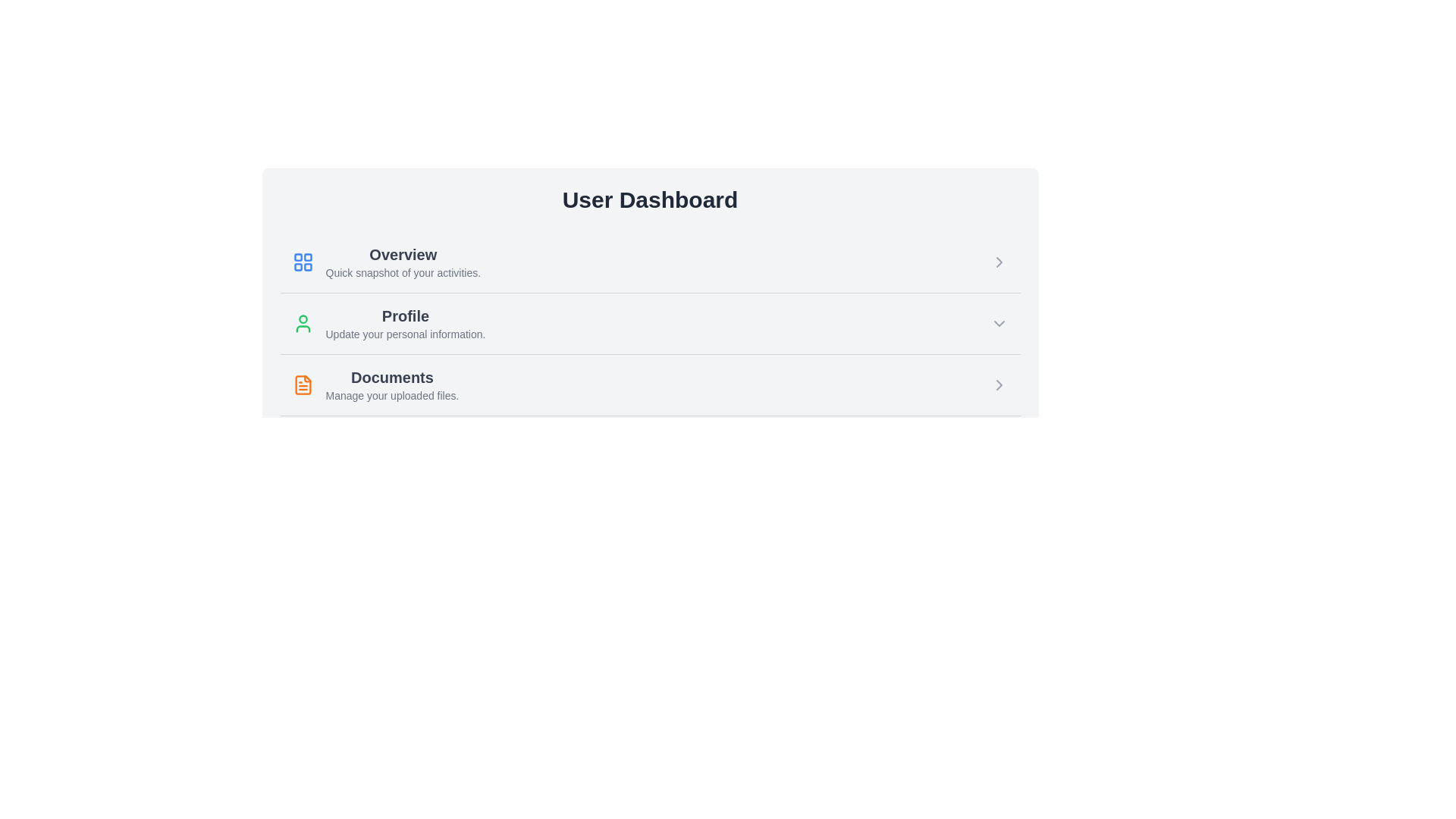 The height and width of the screenshot is (819, 1456). I want to click on the green circular icon representing the user's profile picture located in the profile section of the user dashboard, so click(303, 318).